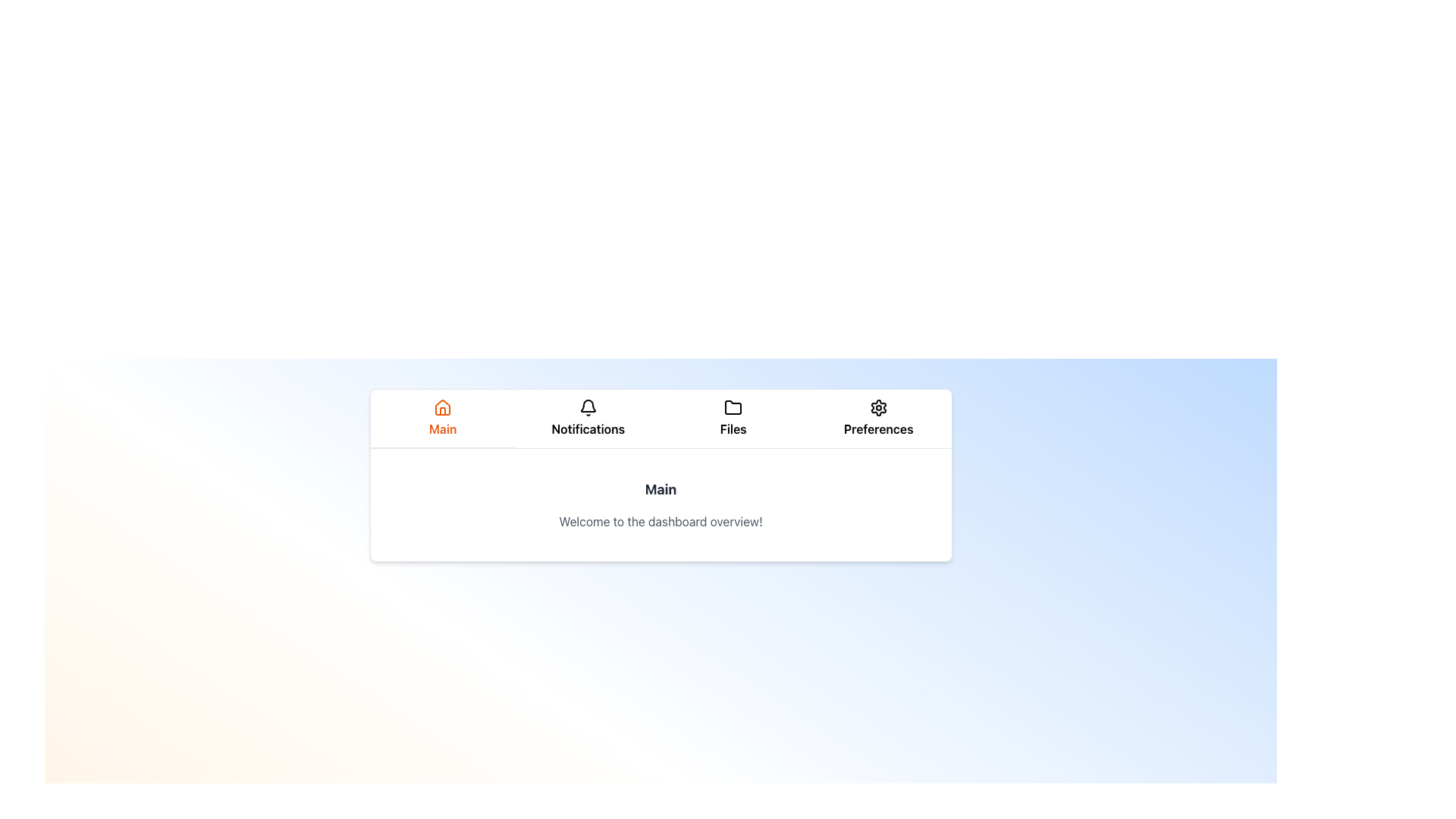  I want to click on the 'Preferences' text label, which is the fourth item in the horizontal navigation bar, so click(878, 429).